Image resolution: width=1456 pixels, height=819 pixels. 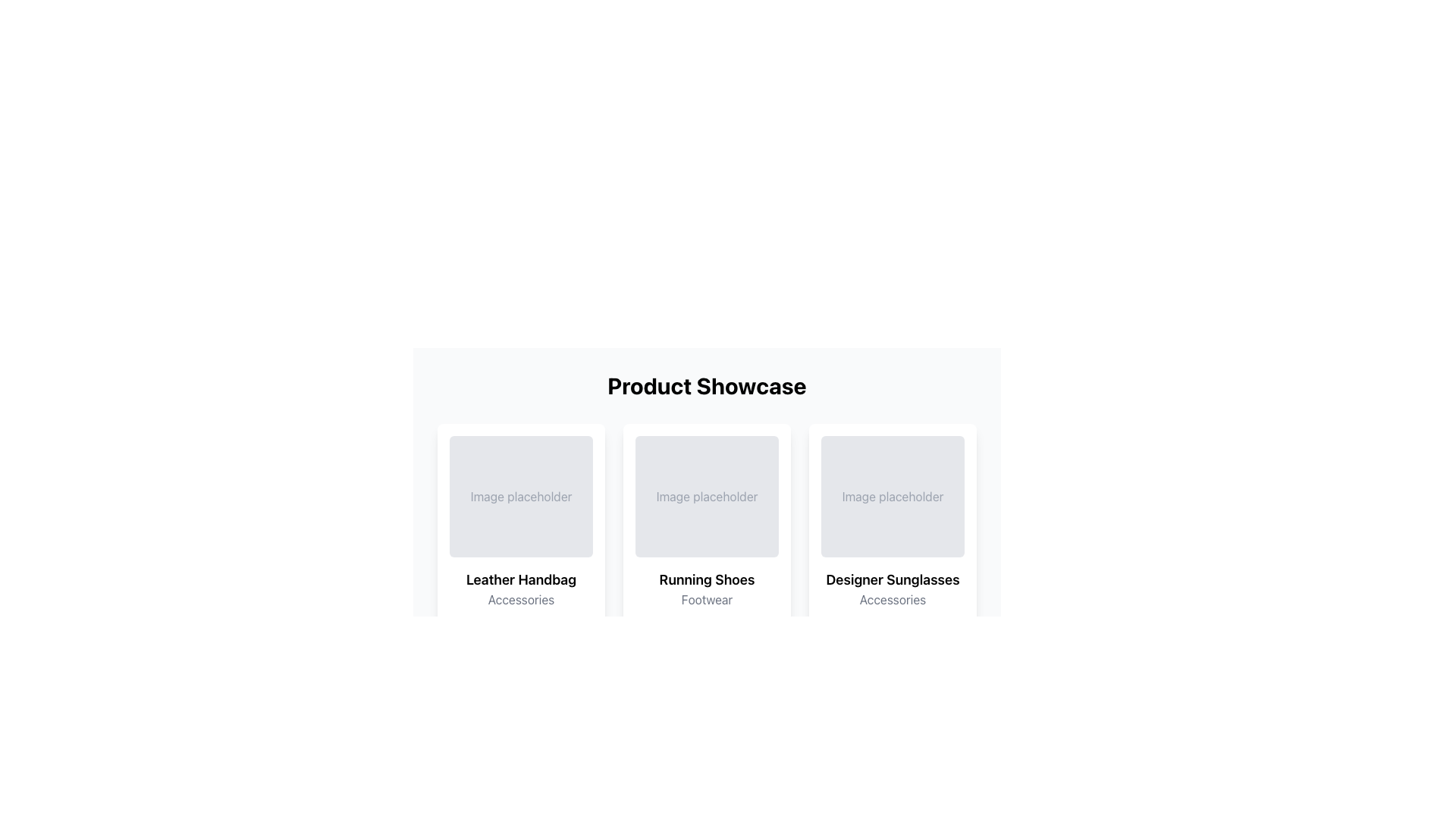 What do you see at coordinates (521, 579) in the screenshot?
I see `the product name displayed` at bounding box center [521, 579].